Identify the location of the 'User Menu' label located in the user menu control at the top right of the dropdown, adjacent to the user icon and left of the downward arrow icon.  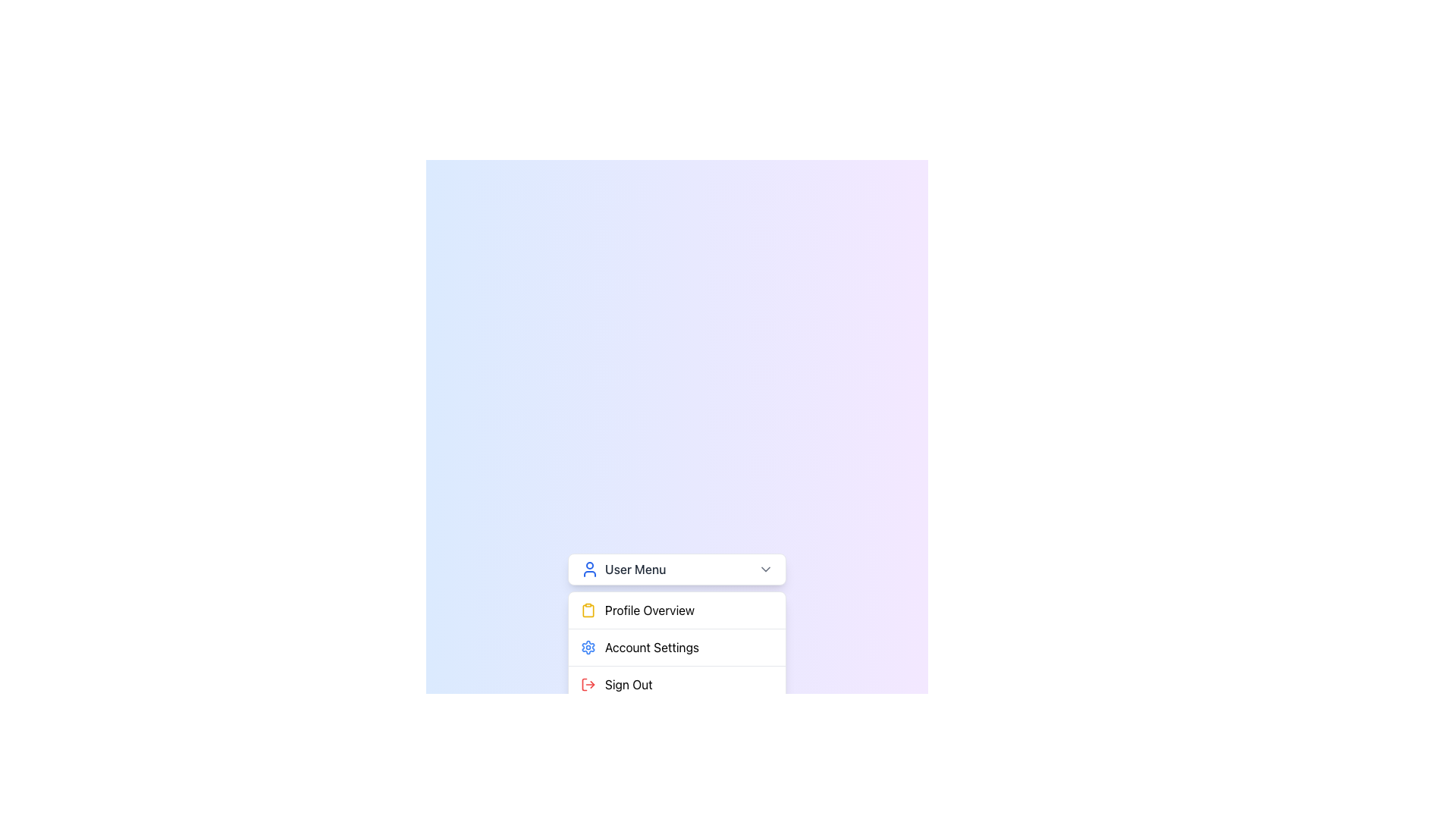
(623, 570).